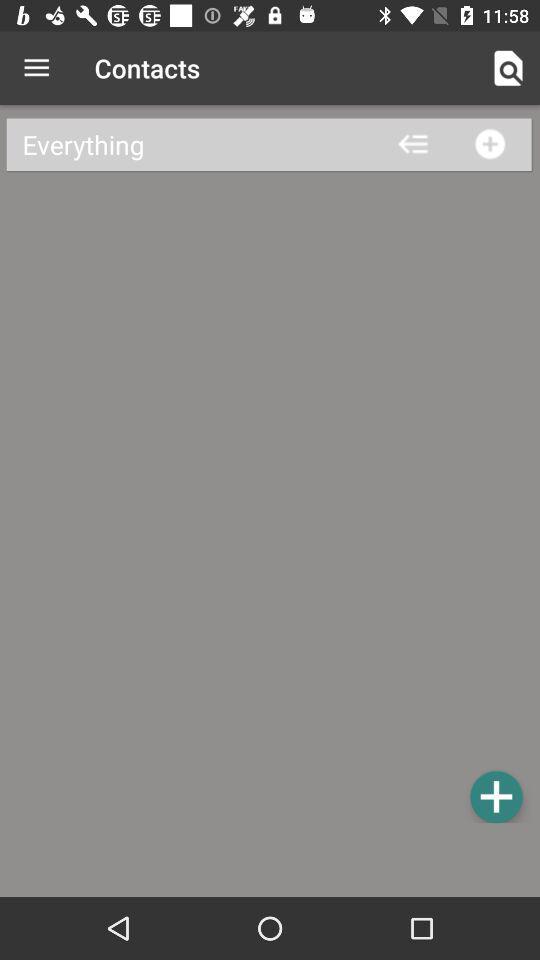 The image size is (540, 960). I want to click on the add icon, so click(489, 143).